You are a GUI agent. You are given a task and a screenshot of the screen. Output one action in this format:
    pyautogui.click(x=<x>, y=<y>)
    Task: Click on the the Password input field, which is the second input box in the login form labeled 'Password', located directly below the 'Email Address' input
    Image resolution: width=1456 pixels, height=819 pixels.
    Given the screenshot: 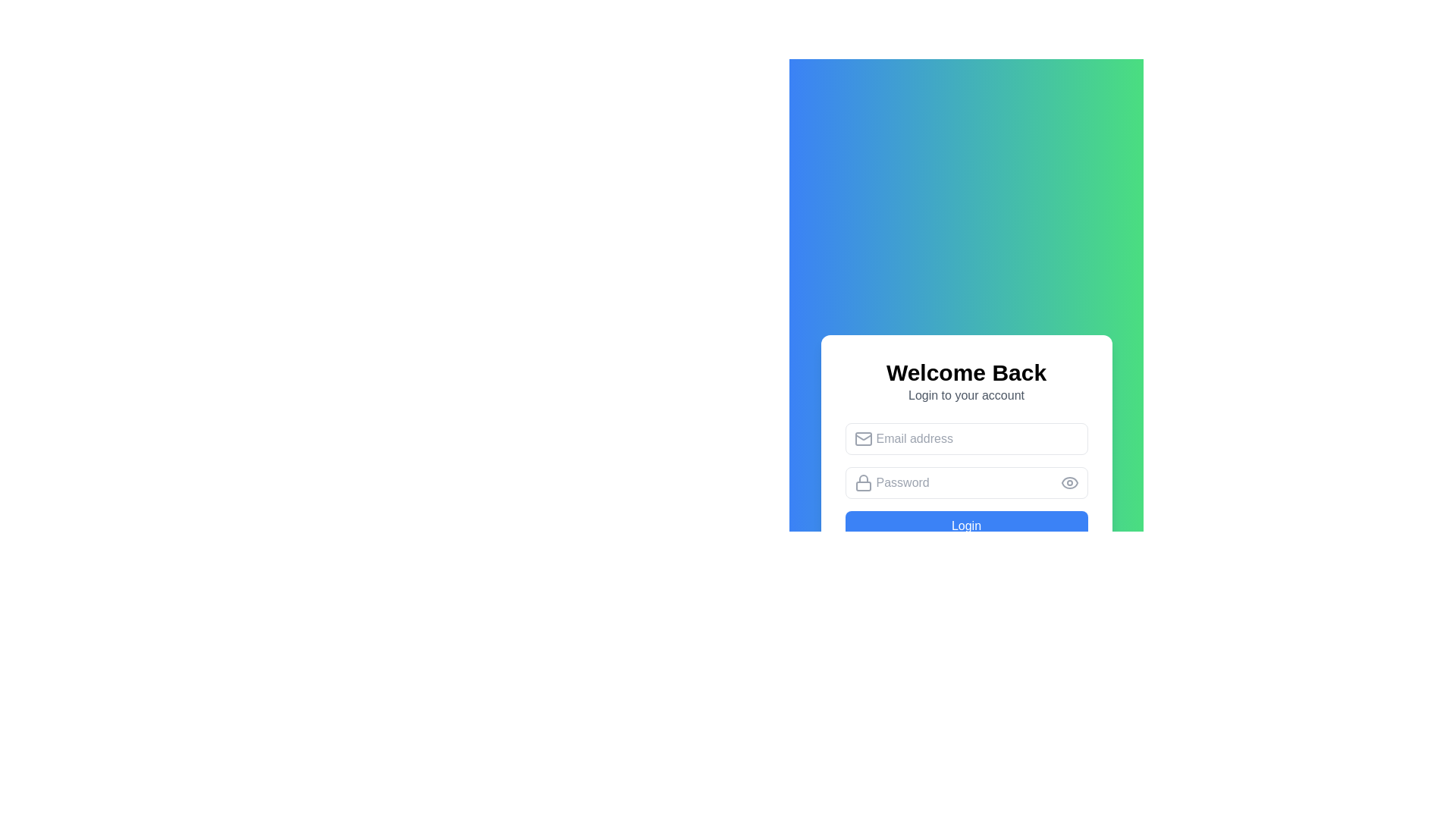 What is the action you would take?
    pyautogui.click(x=965, y=482)
    